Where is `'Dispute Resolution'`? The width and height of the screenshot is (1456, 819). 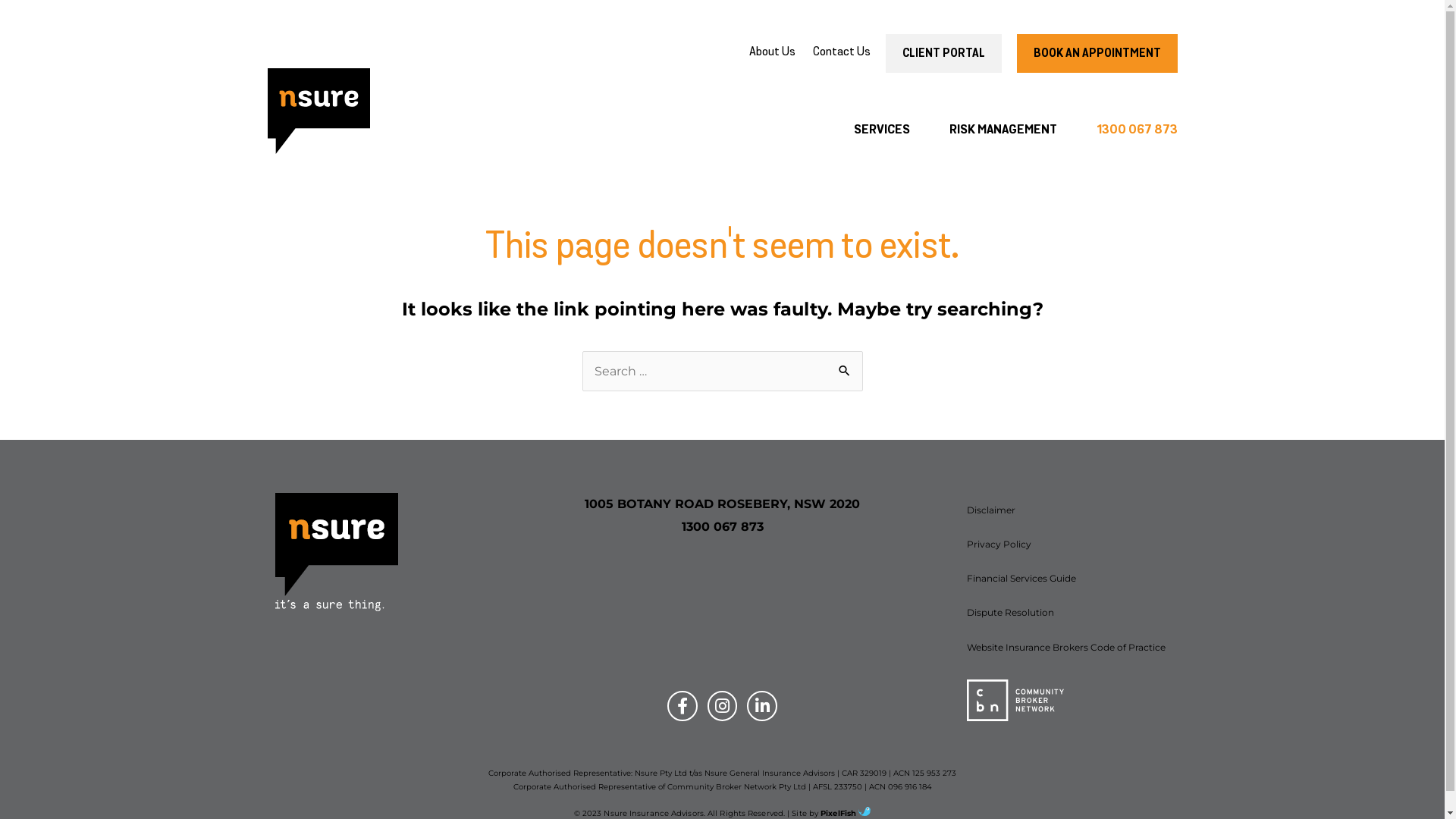
'Dispute Resolution' is located at coordinates (1066, 611).